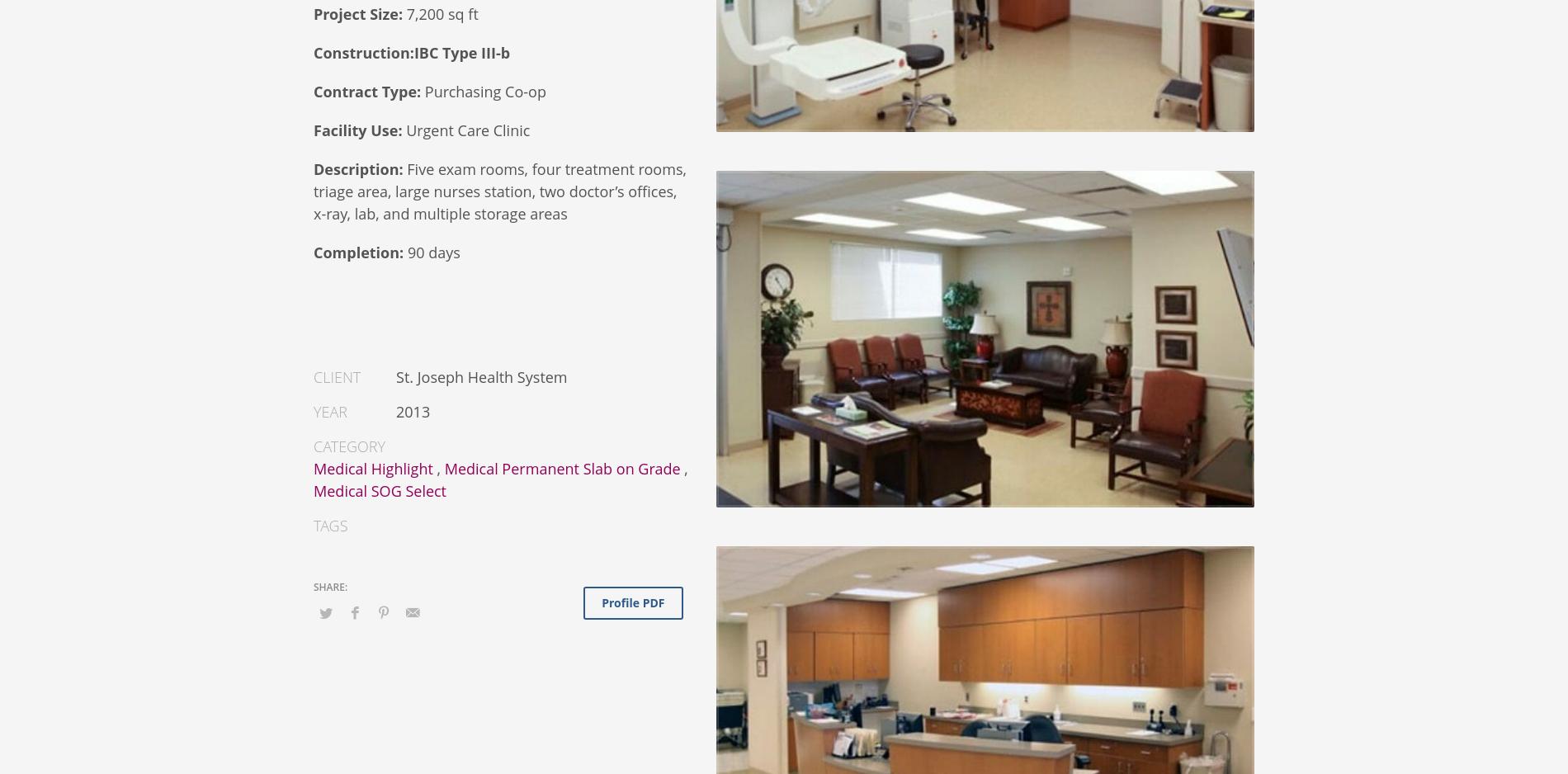 Image resolution: width=1568 pixels, height=774 pixels. Describe the element at coordinates (357, 130) in the screenshot. I see `'Facility Use:'` at that location.